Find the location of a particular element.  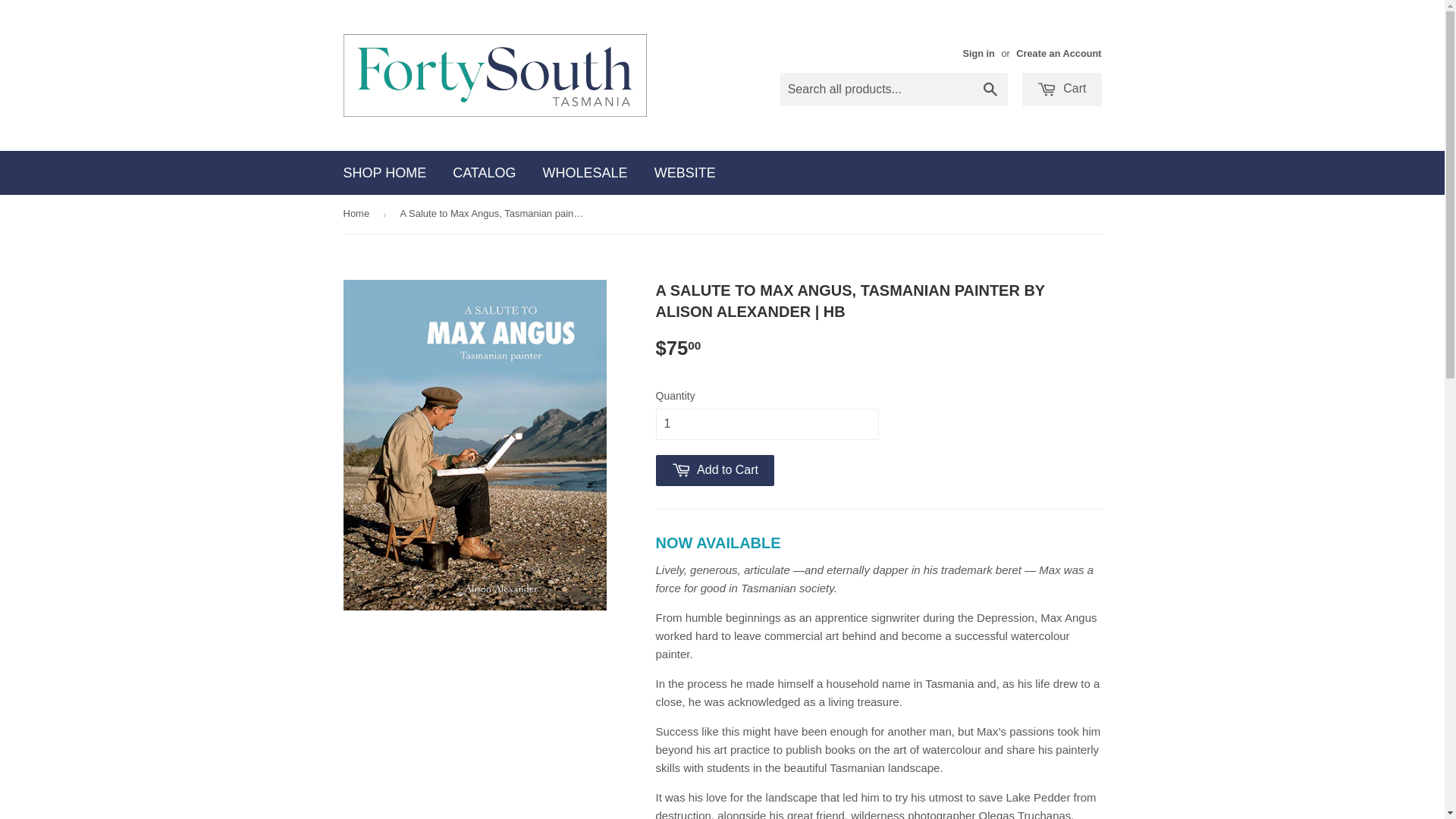

'Search' is located at coordinates (990, 90).